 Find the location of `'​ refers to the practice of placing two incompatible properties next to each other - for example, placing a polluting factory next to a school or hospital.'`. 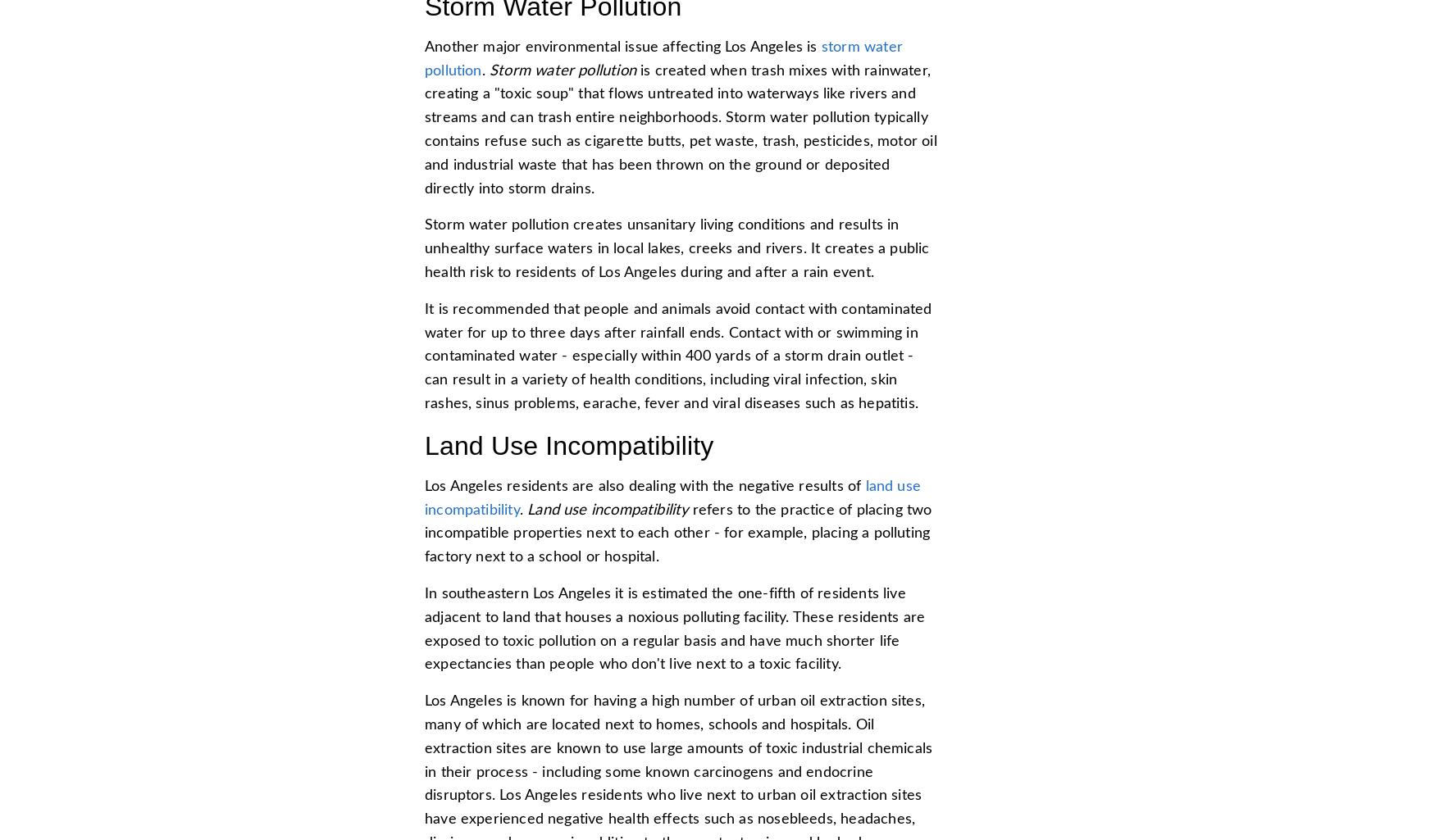

'​ refers to the practice of placing two incompatible properties next to each other - for example, placing a polluting factory next to a school or hospital.' is located at coordinates (424, 532).